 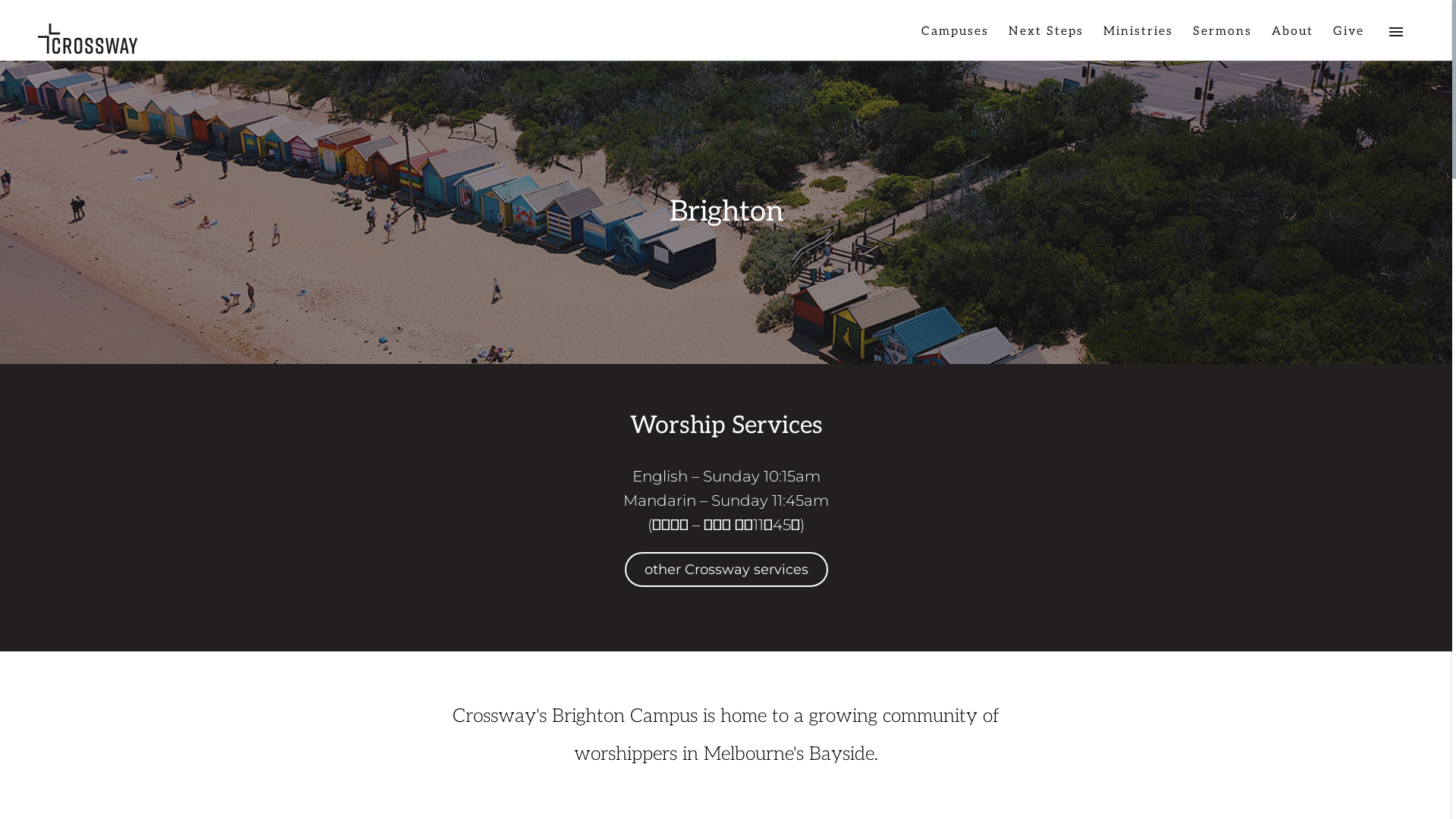 I want to click on 'Ministries', so click(x=1138, y=37).